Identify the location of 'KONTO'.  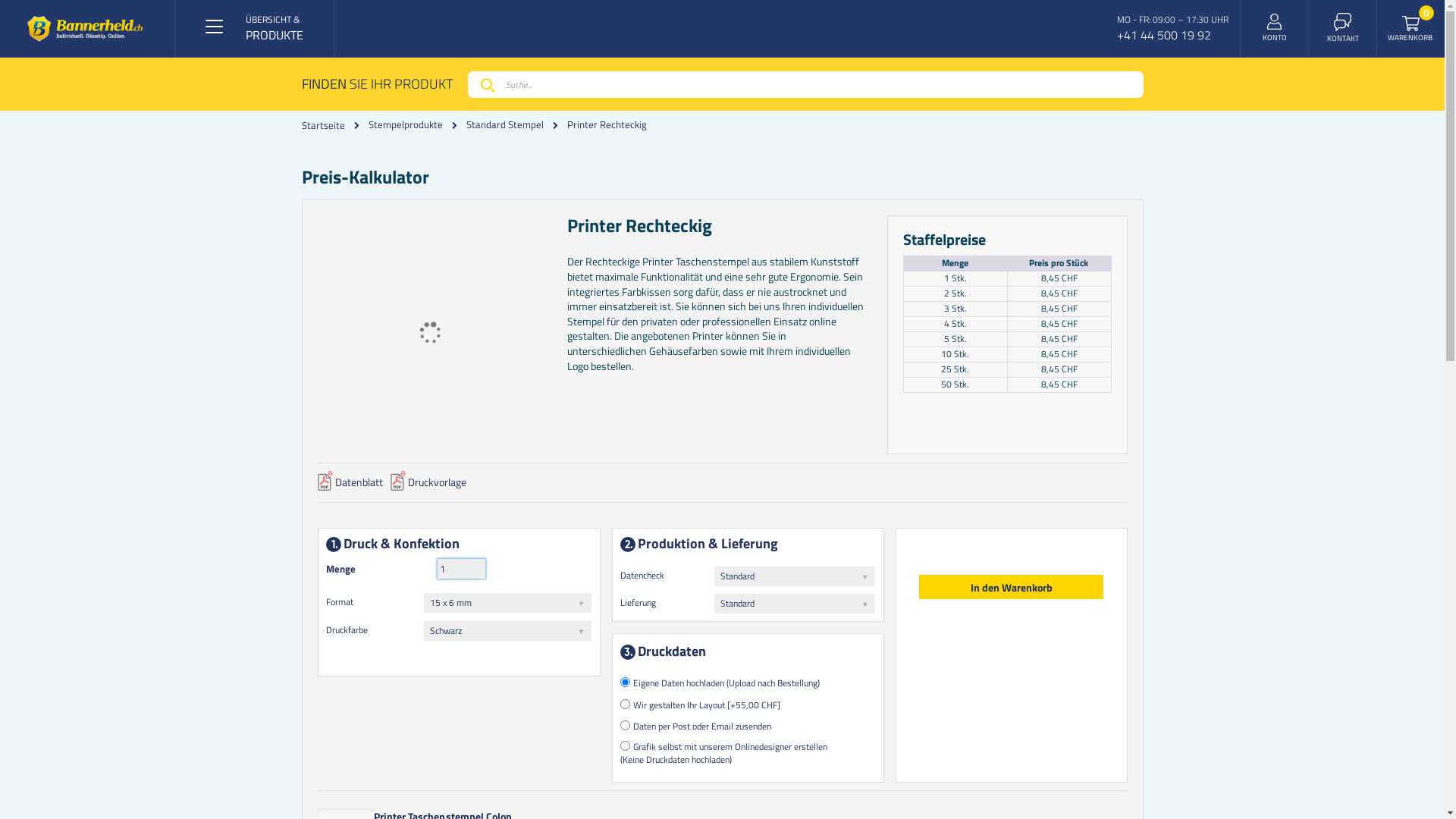
(1274, 28).